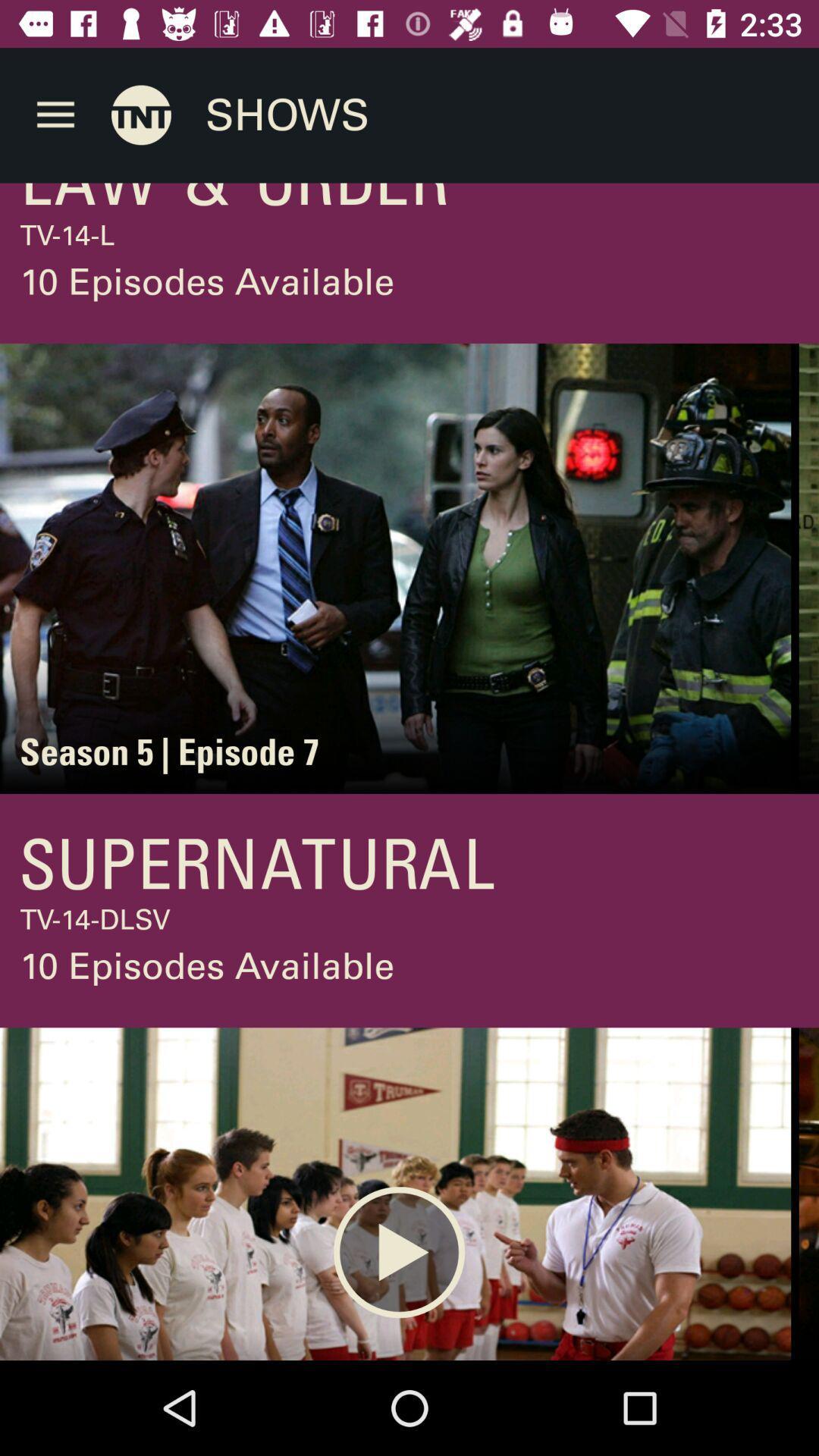  I want to click on home back, so click(141, 114).